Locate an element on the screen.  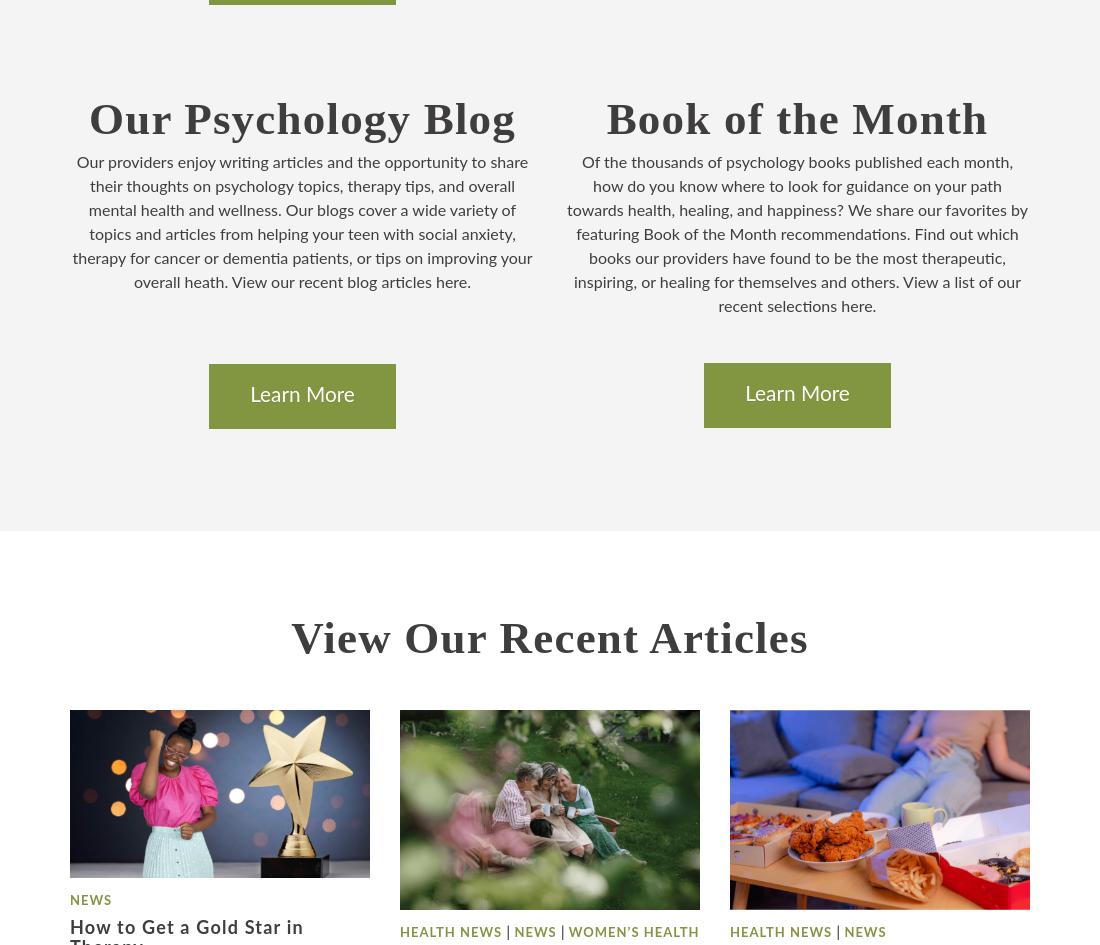
'Women’s Health' is located at coordinates (633, 931).